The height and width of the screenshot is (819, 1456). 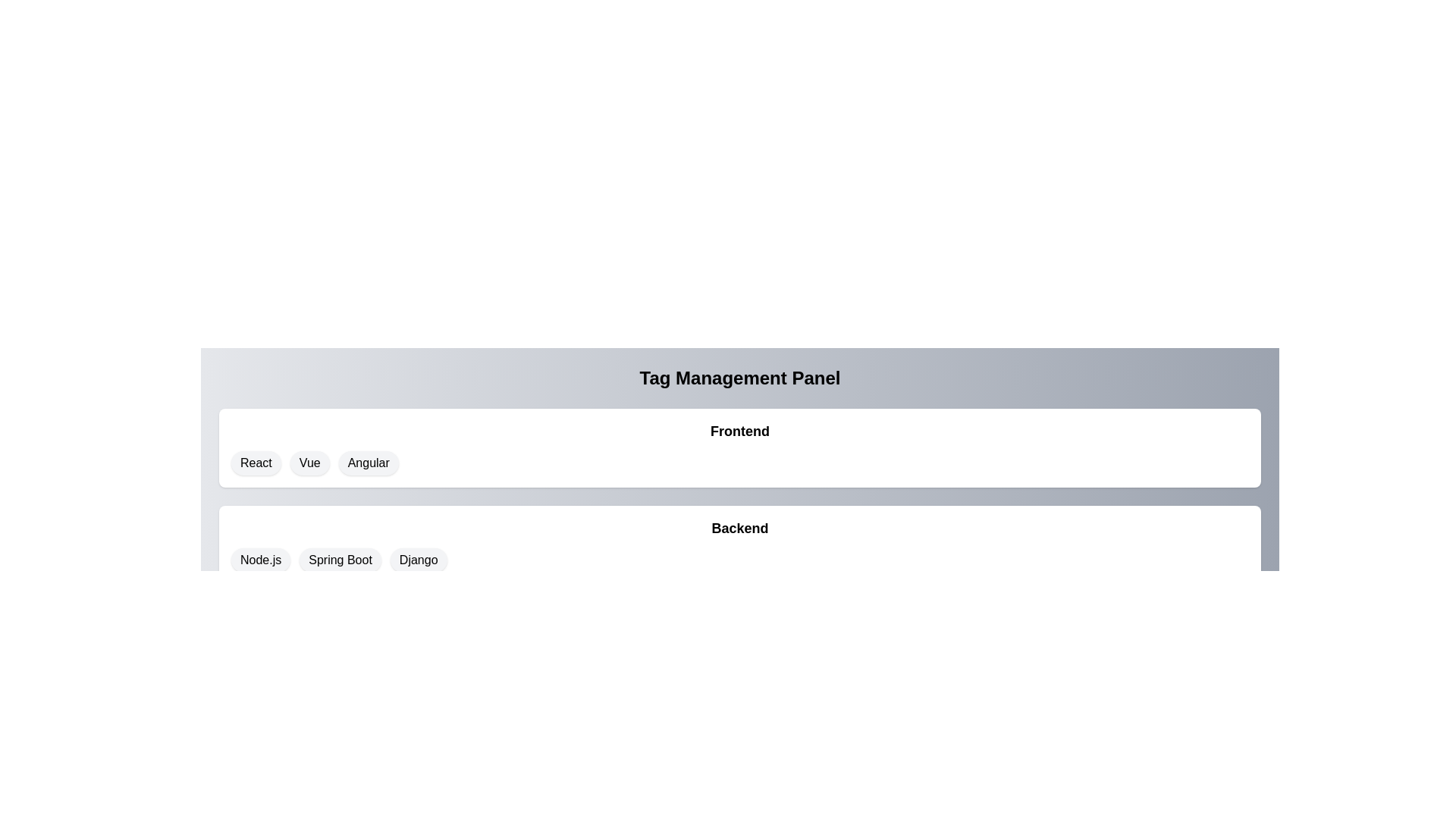 I want to click on the pill-shaped button labeled 'Vue', so click(x=309, y=462).